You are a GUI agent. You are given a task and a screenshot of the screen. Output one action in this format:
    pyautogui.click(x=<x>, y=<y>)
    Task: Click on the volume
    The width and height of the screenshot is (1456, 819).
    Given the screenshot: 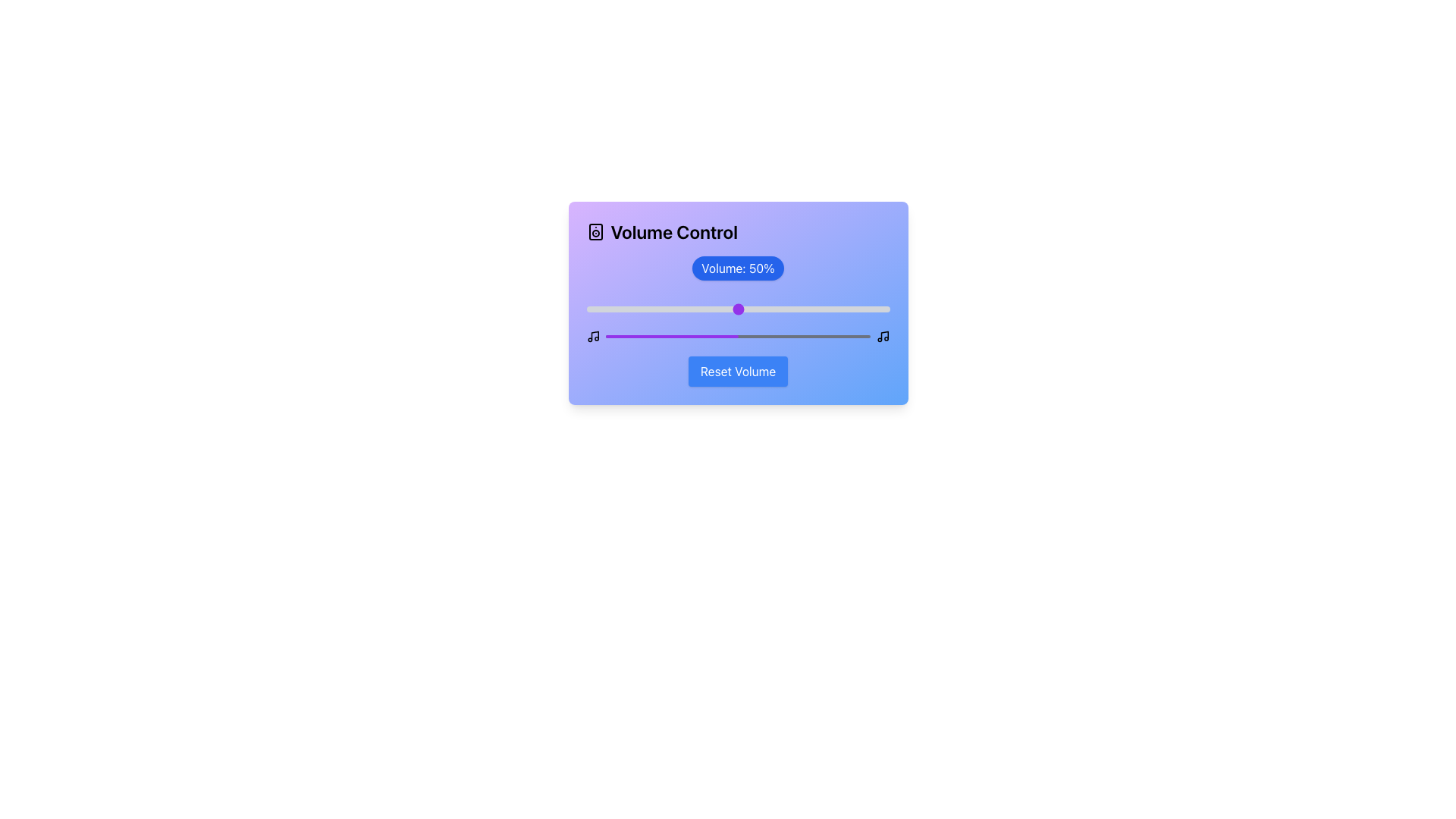 What is the action you would take?
    pyautogui.click(x=719, y=309)
    